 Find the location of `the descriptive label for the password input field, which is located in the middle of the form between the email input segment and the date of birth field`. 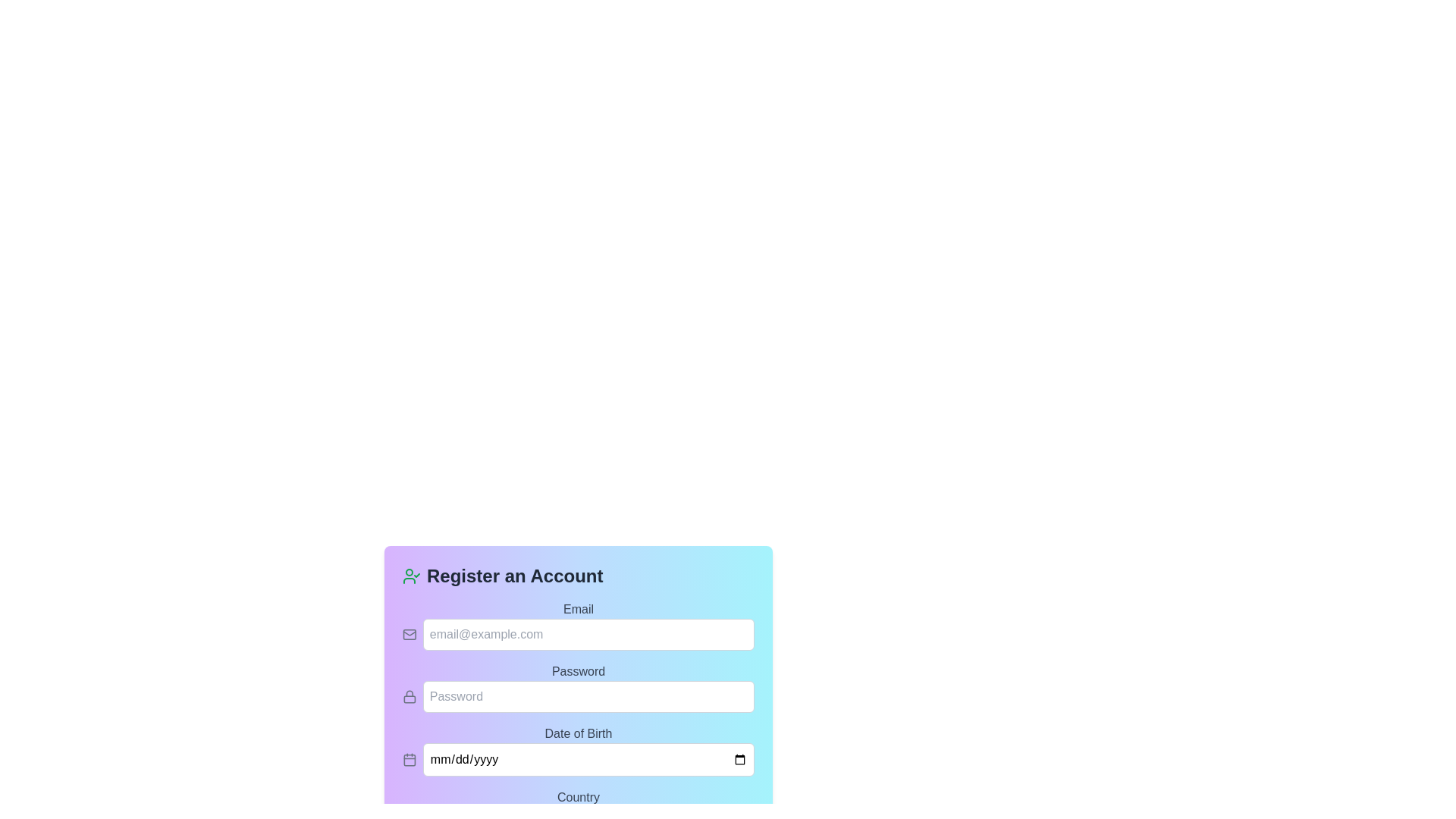

the descriptive label for the password input field, which is located in the middle of the form between the email input segment and the date of birth field is located at coordinates (578, 671).